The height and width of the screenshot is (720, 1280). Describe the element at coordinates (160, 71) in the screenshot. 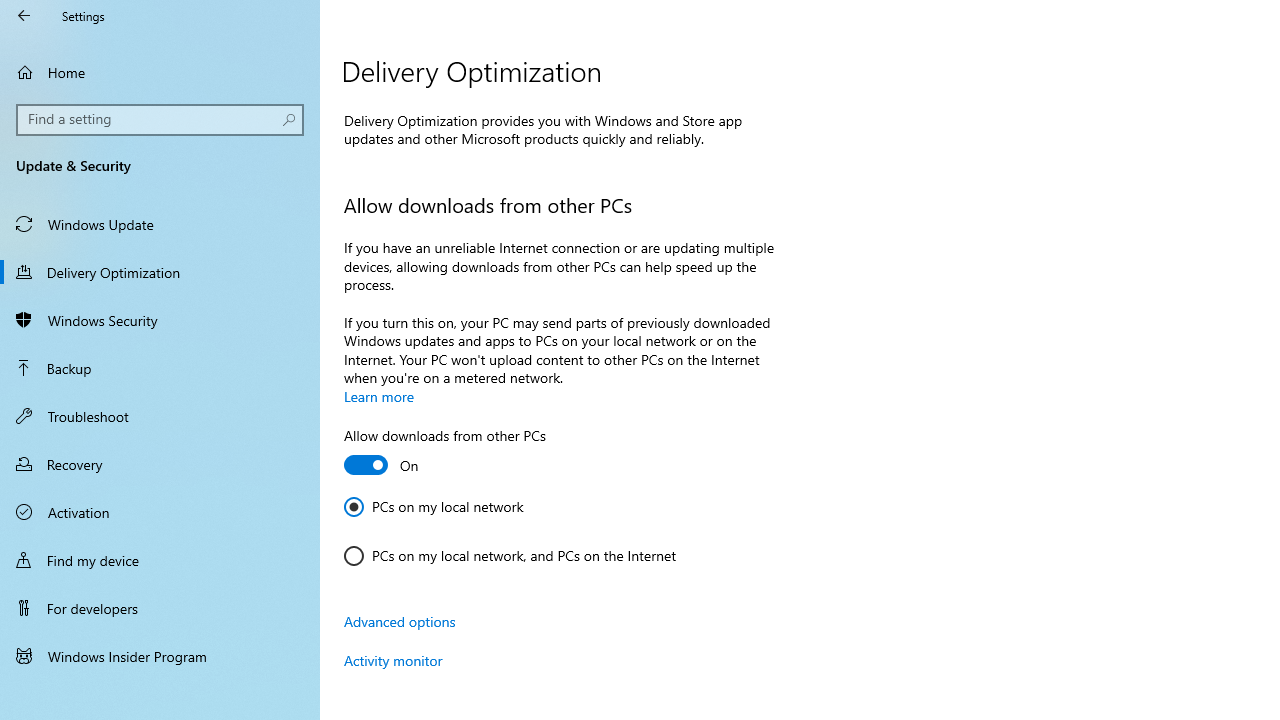

I see `'Home'` at that location.